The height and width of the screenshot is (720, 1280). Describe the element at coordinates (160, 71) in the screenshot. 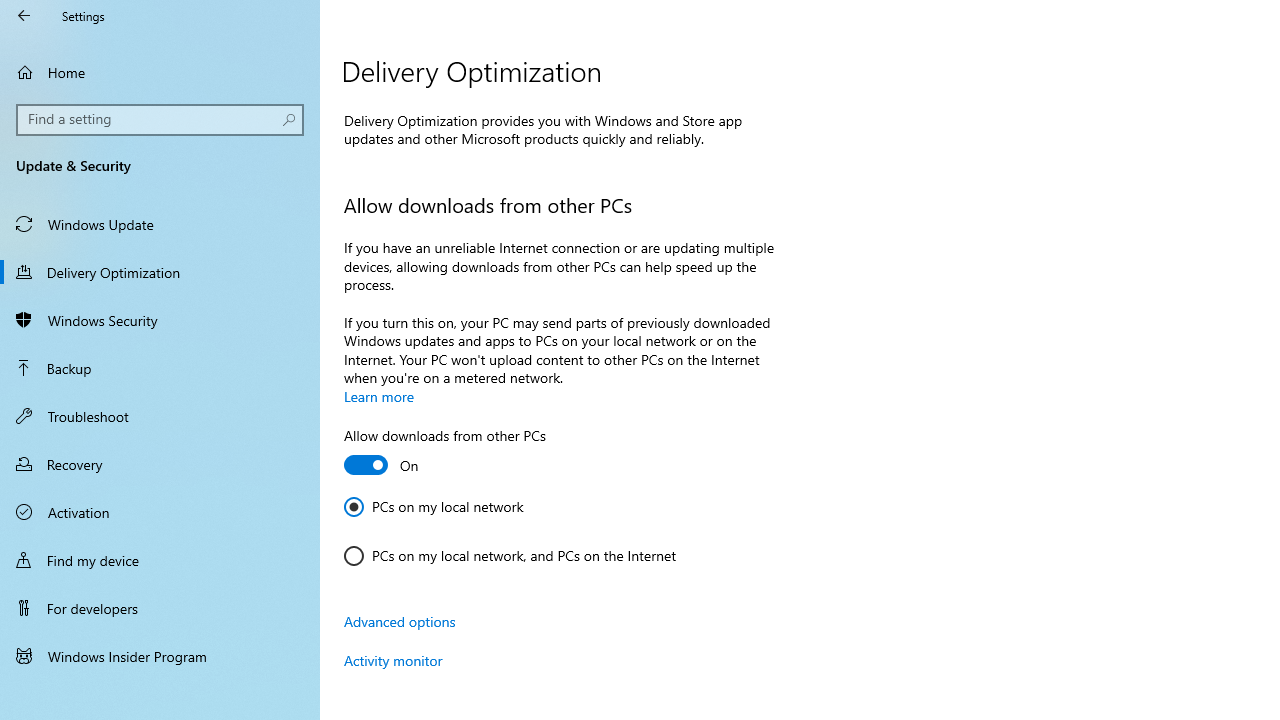

I see `'Home'` at that location.